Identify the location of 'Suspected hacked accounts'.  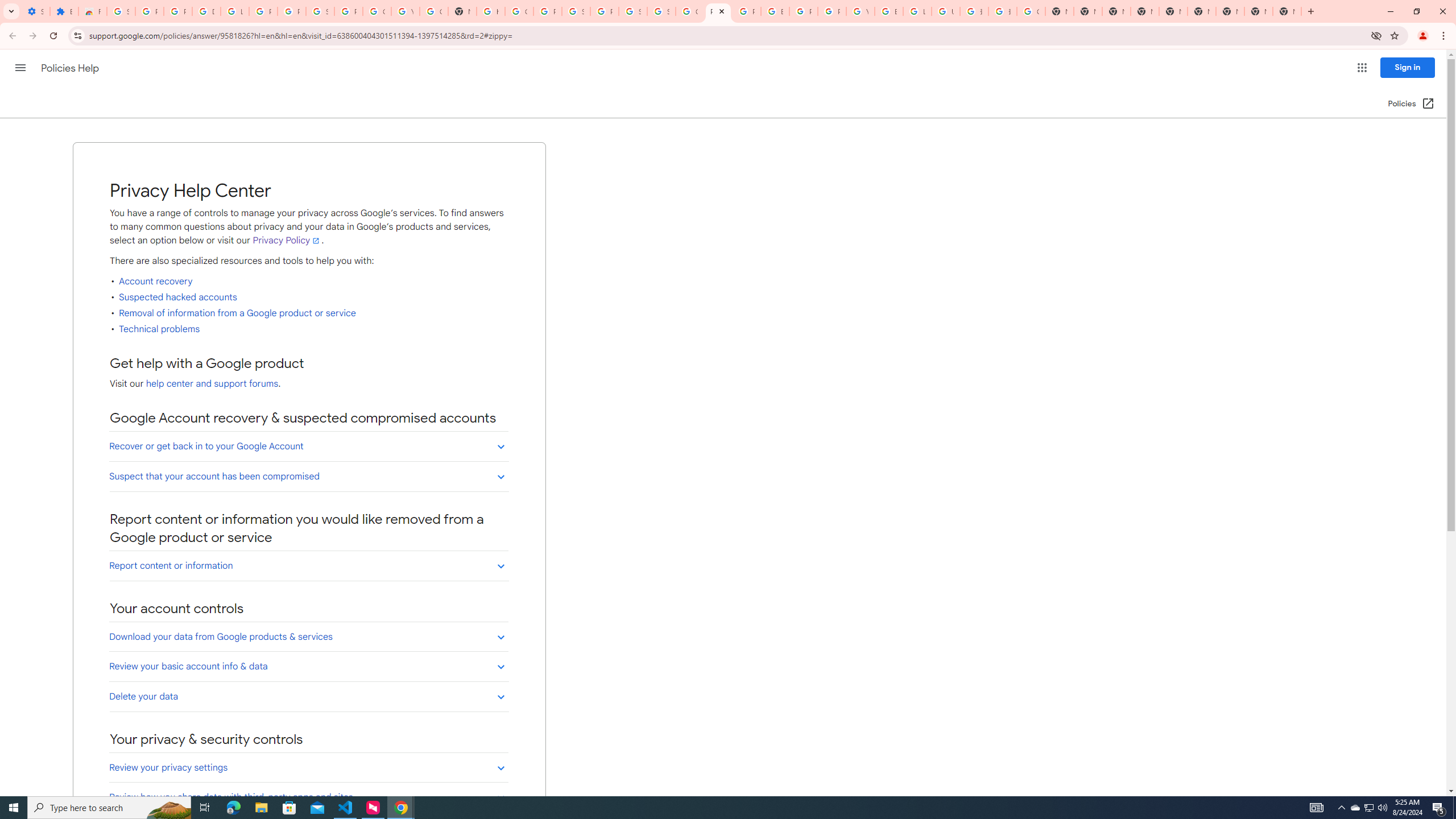
(178, 296).